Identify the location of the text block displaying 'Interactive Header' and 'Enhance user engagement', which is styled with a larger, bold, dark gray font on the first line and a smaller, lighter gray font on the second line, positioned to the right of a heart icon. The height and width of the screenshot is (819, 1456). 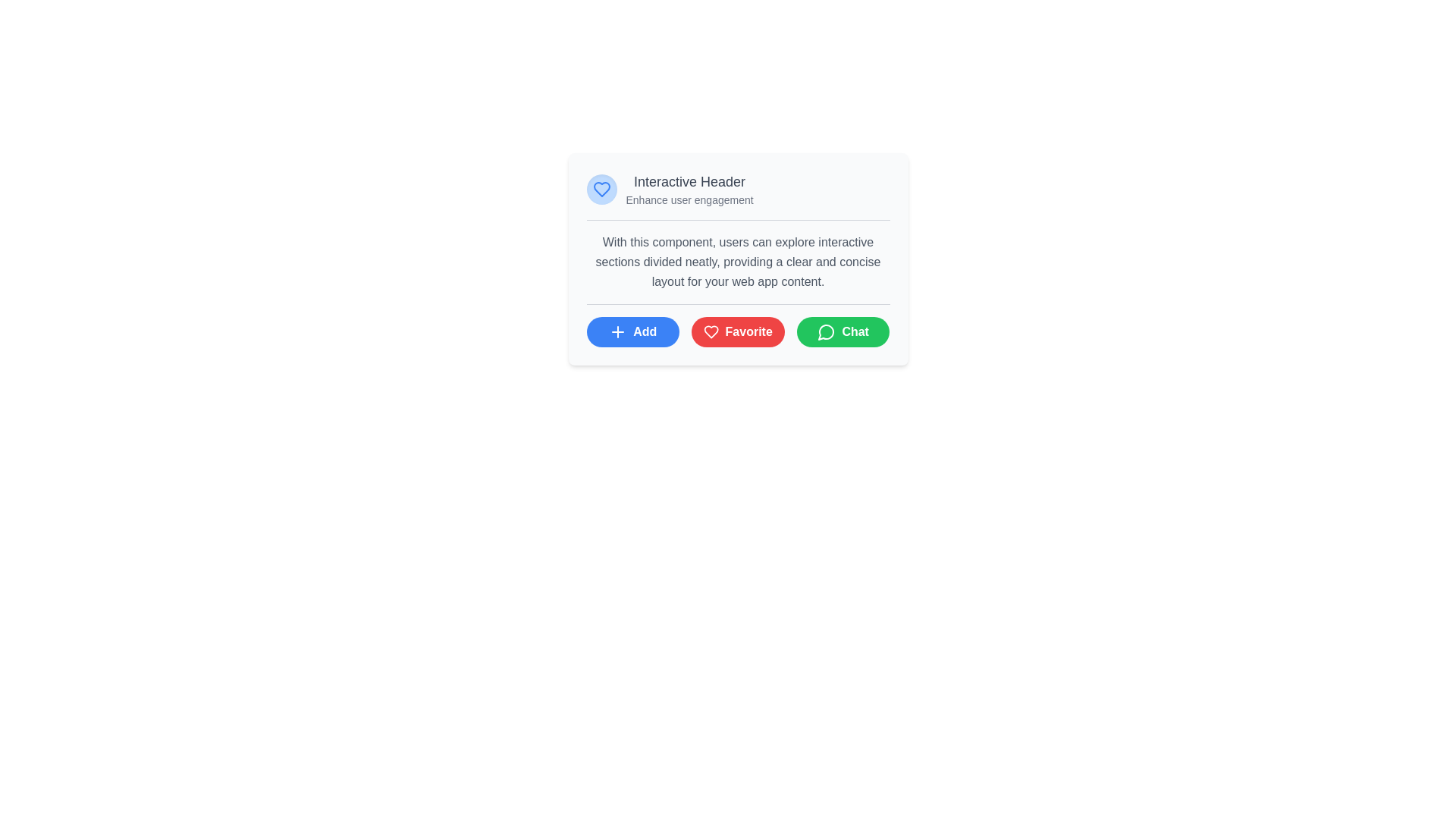
(689, 189).